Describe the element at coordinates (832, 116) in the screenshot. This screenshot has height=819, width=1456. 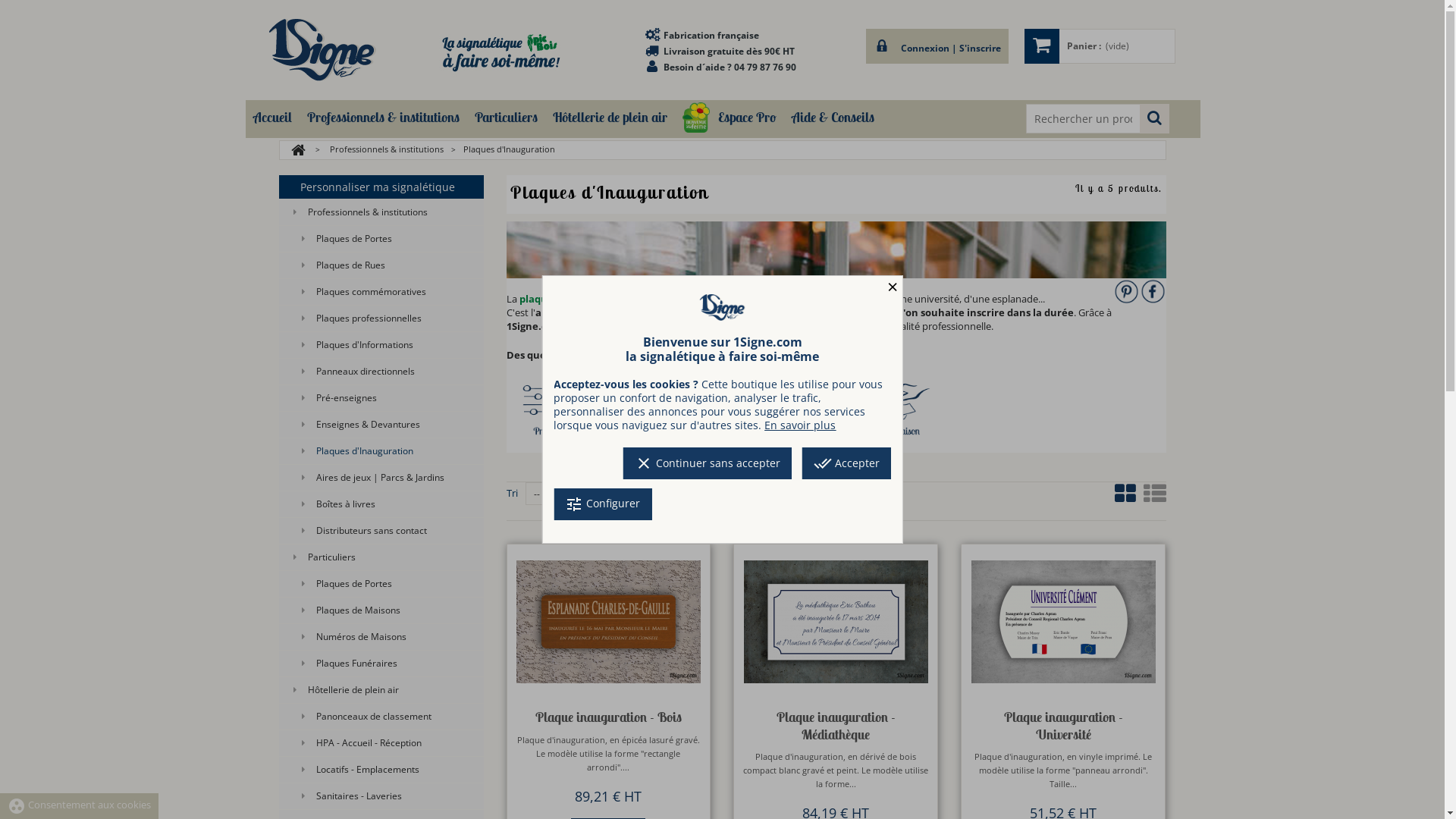
I see `'Aide & Conseils'` at that location.